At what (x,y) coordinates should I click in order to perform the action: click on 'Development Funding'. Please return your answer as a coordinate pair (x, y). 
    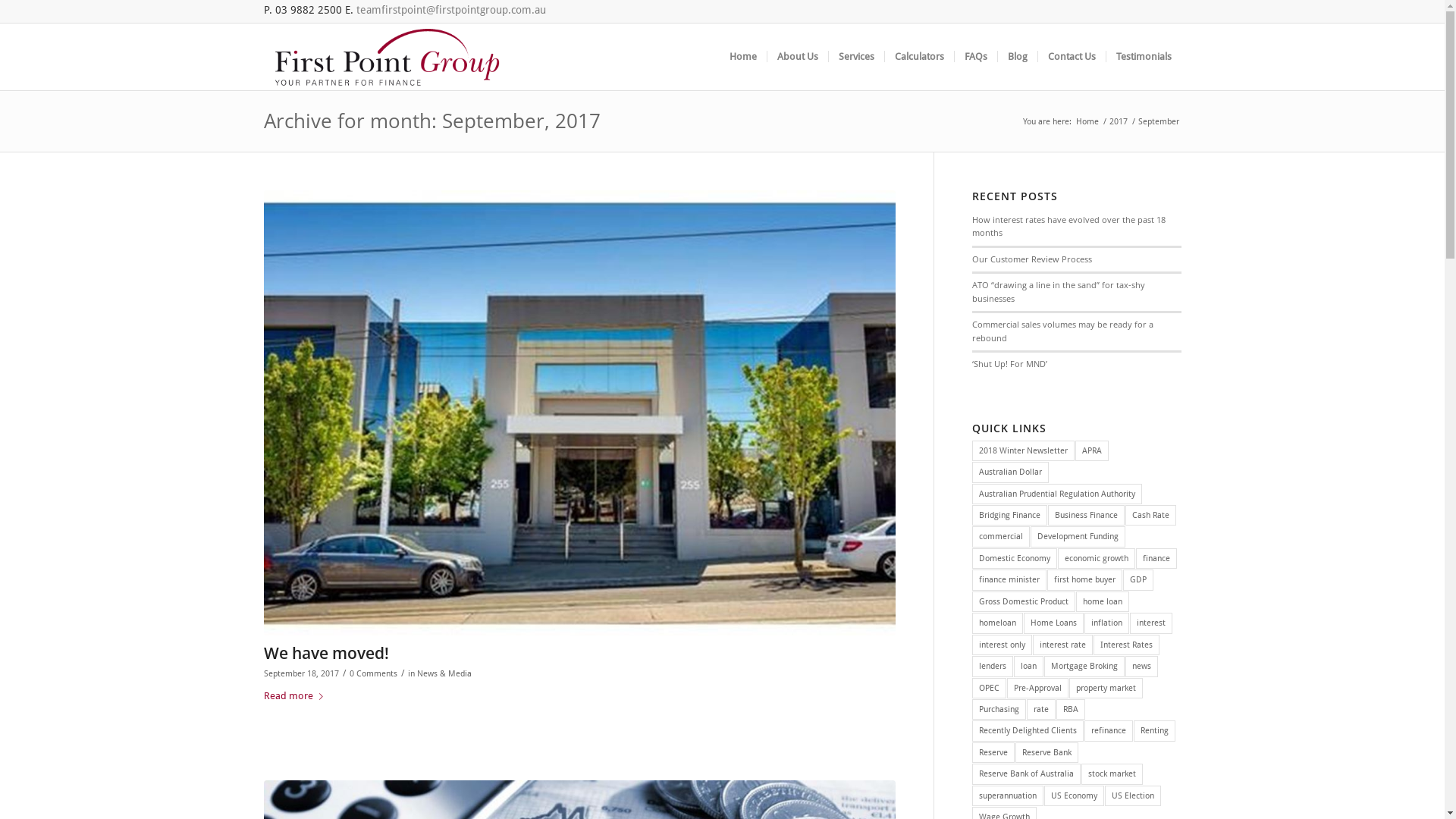
    Looking at the image, I should click on (1030, 535).